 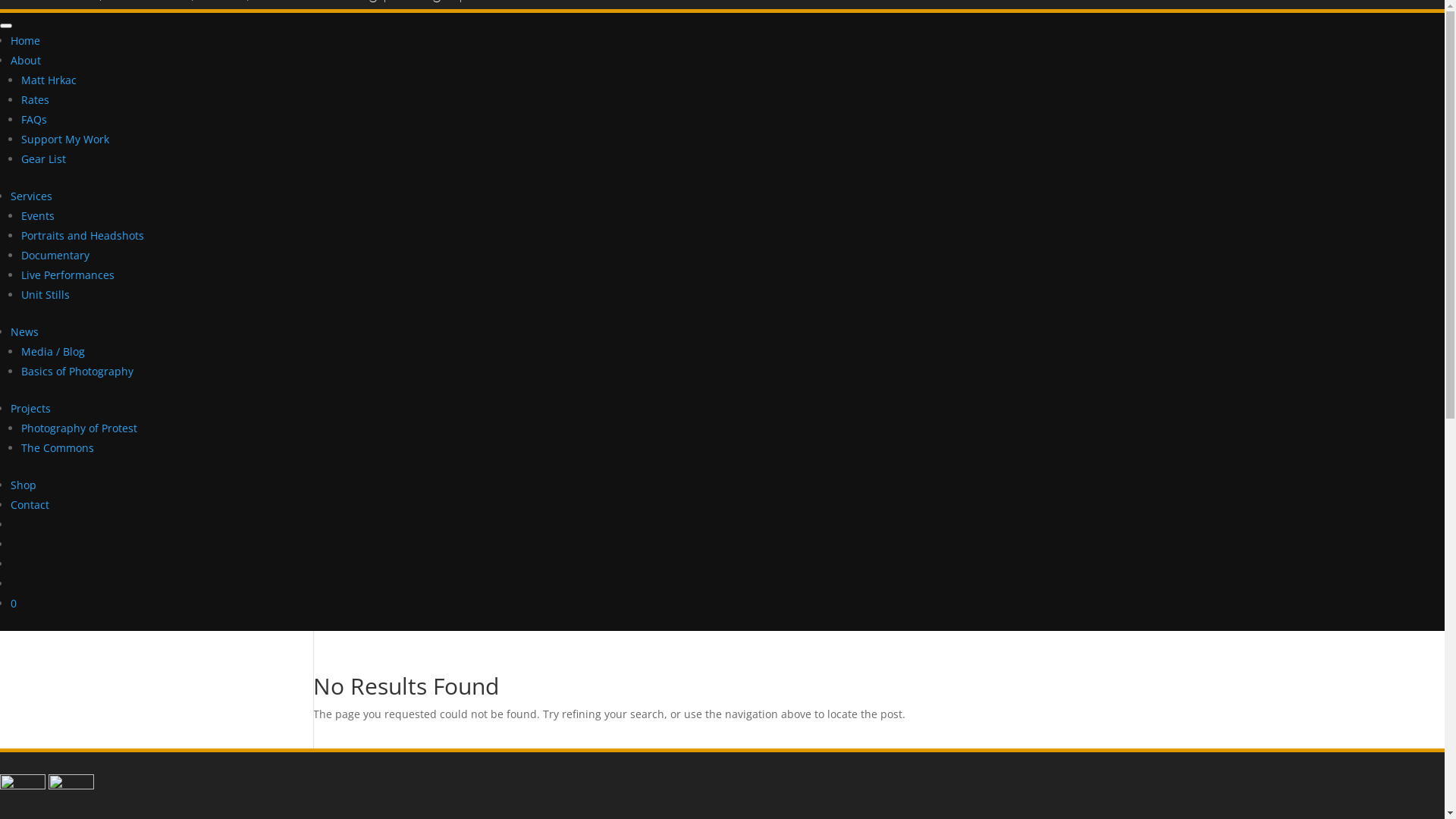 I want to click on '0', so click(x=14, y=602).